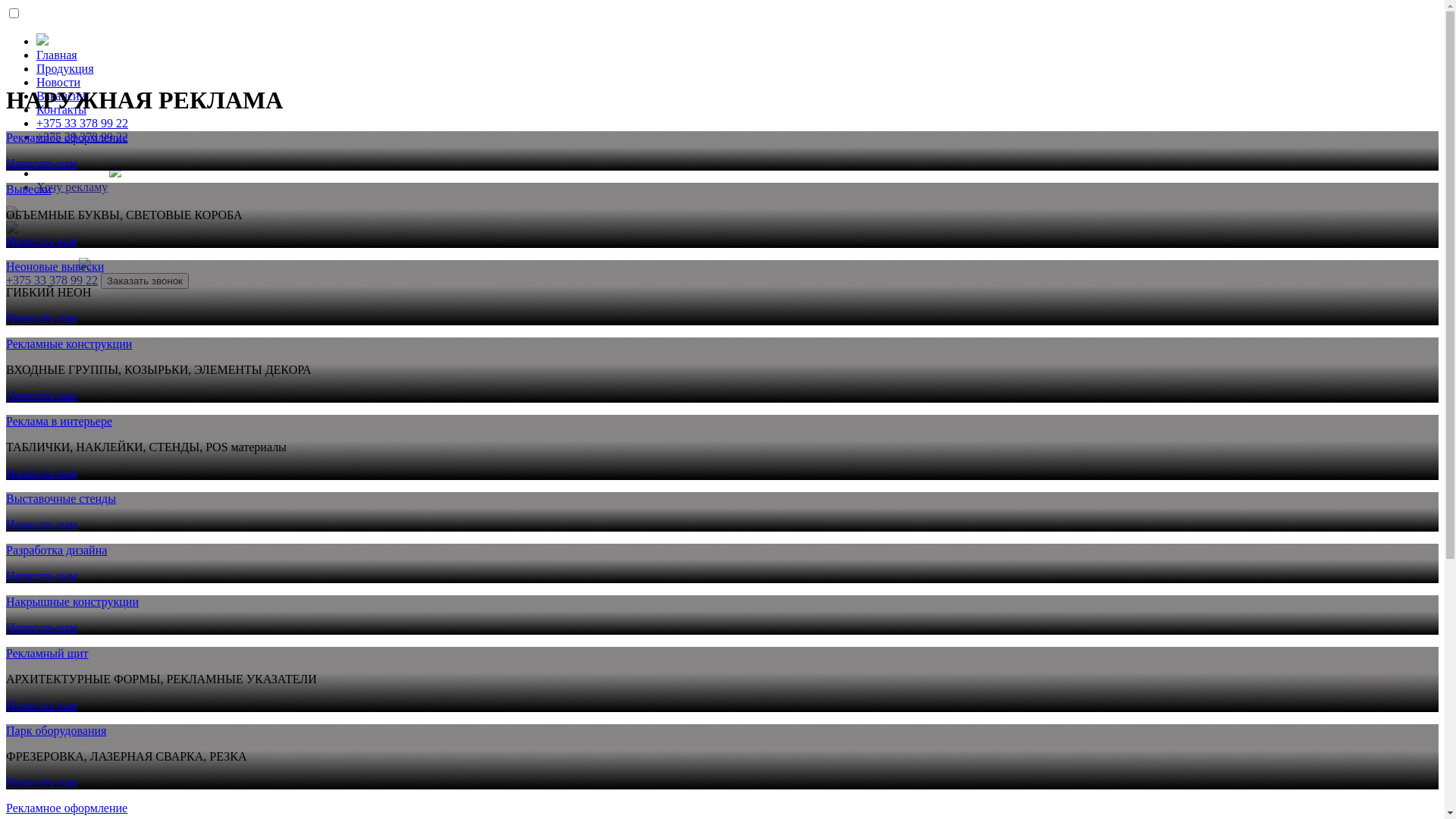 This screenshot has height=819, width=1456. I want to click on '+375 33 378 99 22', so click(52, 280).